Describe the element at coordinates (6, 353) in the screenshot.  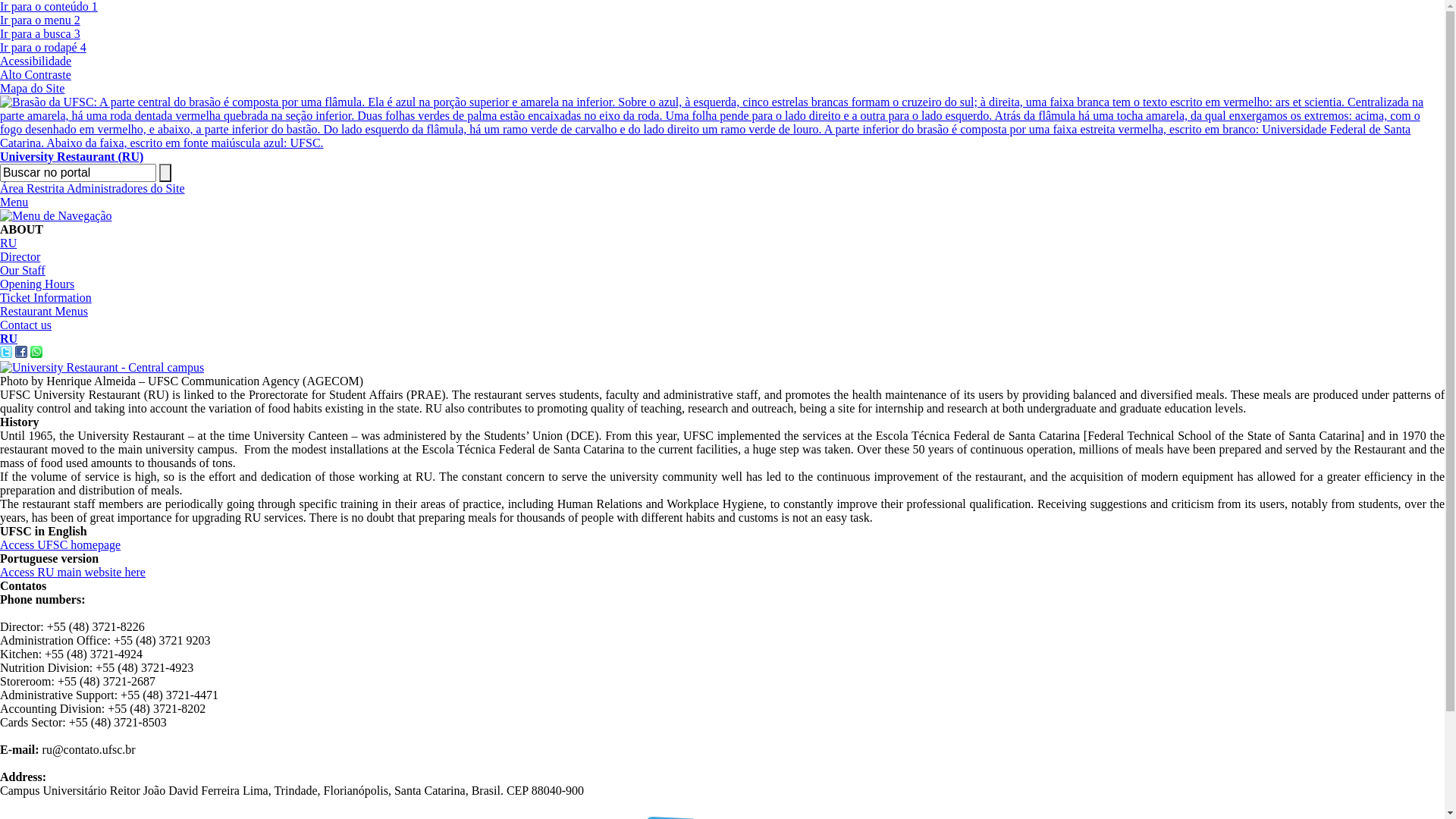
I see `'Compartilhar no Twitter'` at that location.